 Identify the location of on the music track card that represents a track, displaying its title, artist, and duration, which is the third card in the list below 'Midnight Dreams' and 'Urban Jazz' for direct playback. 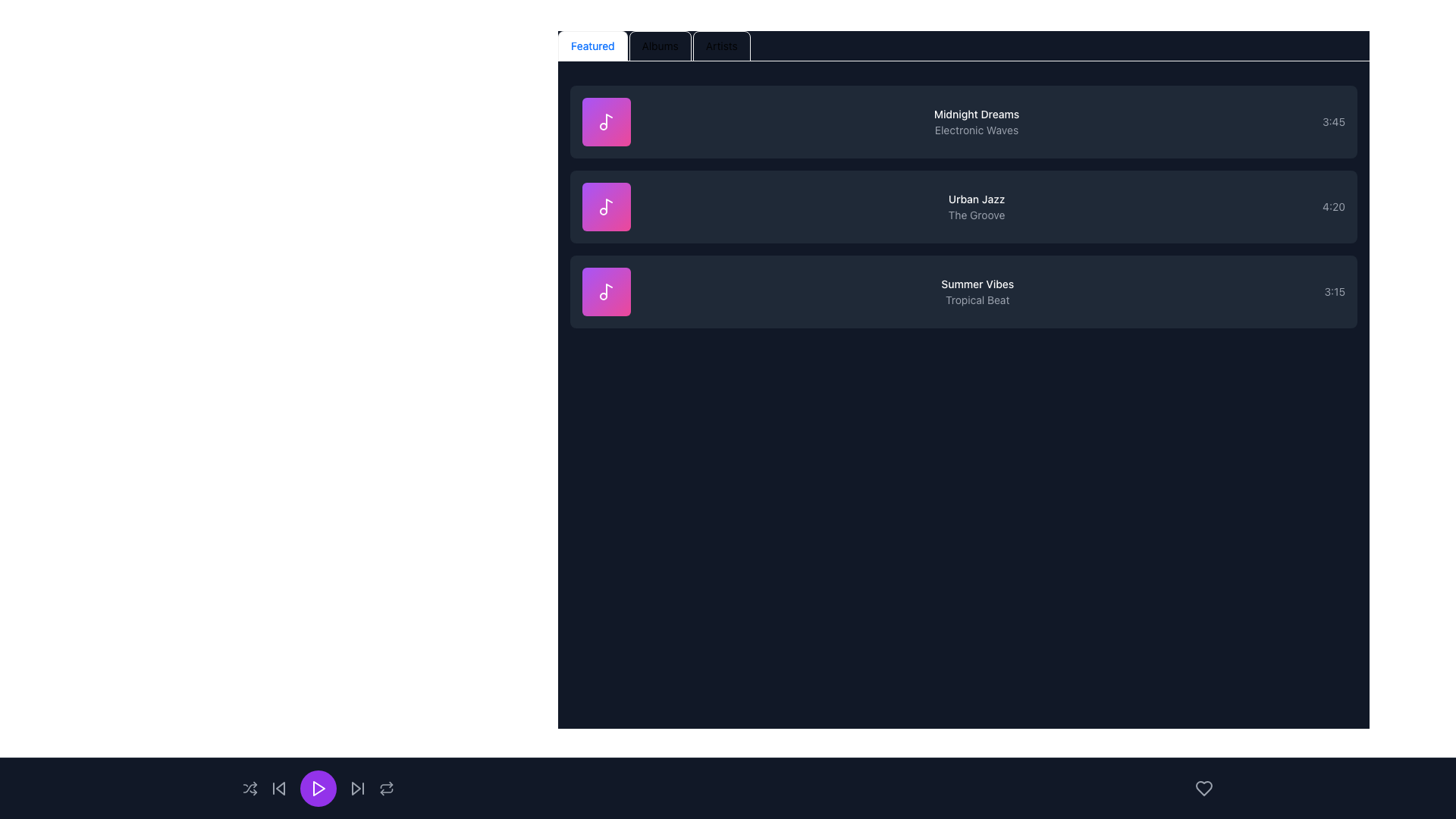
(963, 292).